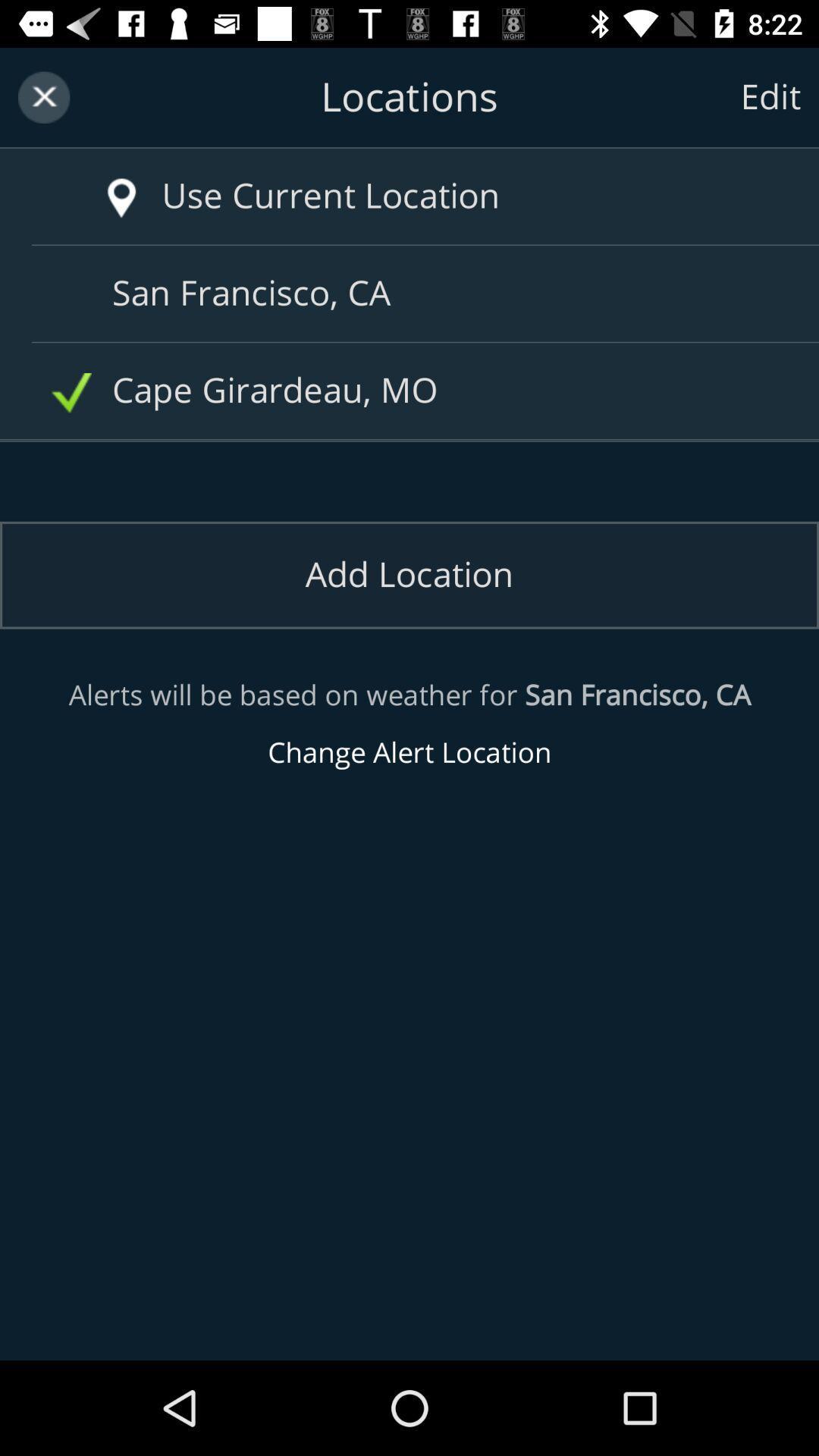 The height and width of the screenshot is (1456, 819). What do you see at coordinates (415, 391) in the screenshot?
I see `the second location below san franciscoca` at bounding box center [415, 391].